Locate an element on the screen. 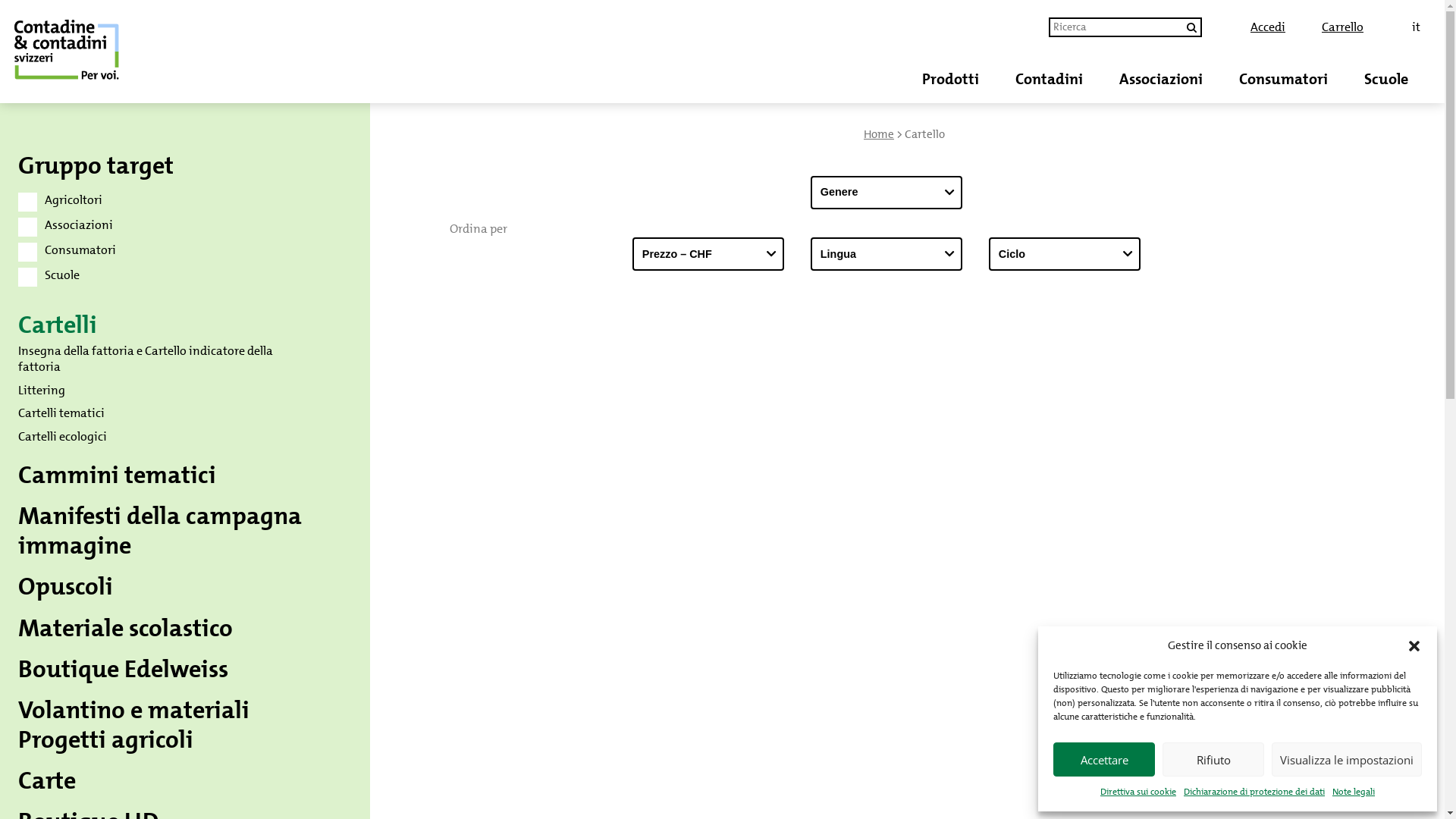 The image size is (1456, 819). 'Littering' is located at coordinates (41, 389).